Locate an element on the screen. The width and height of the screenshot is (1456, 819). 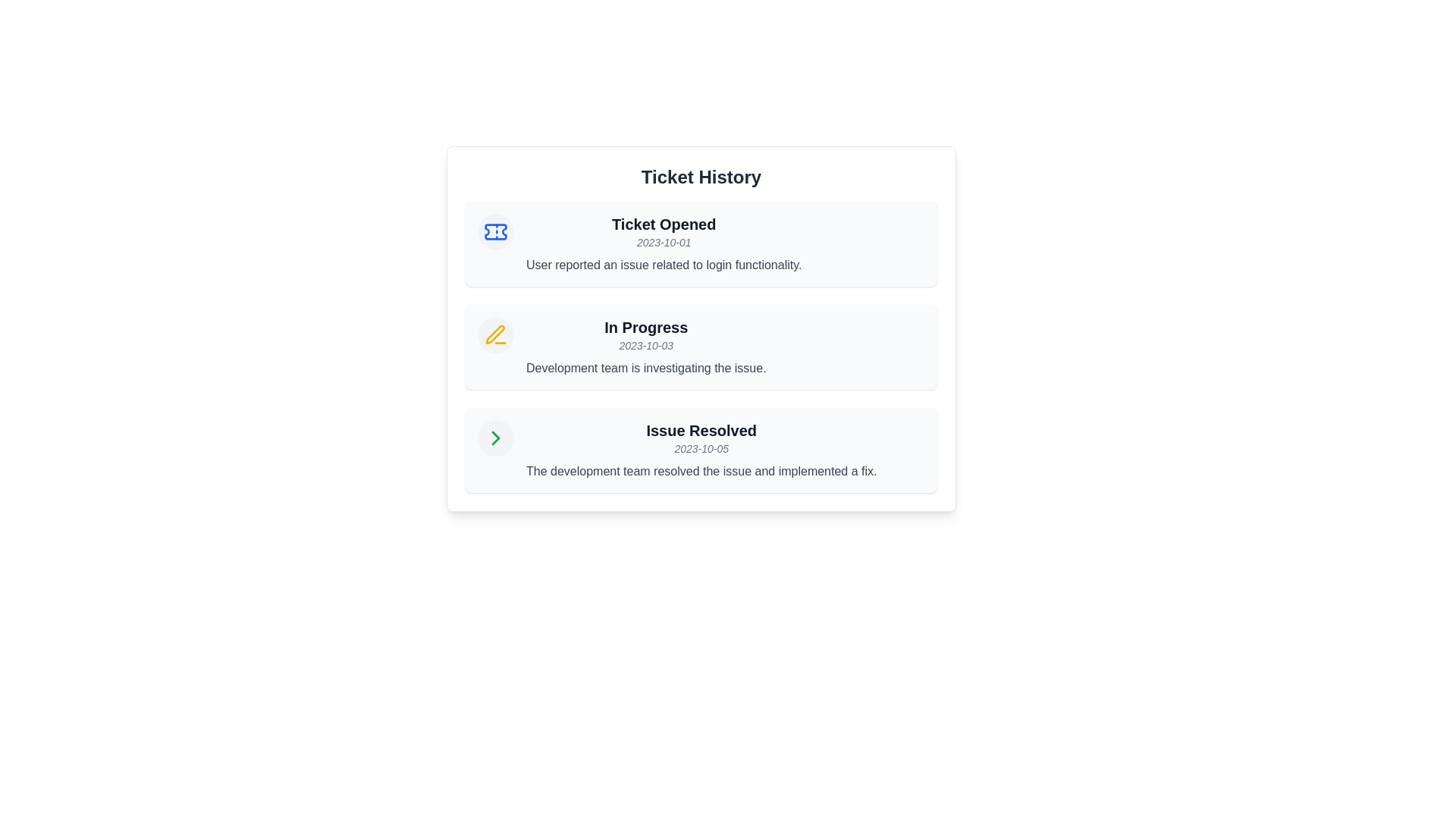
text content of the 'Ticket Opened' block, which includes the title, date, and description of the ticket issue is located at coordinates (664, 243).